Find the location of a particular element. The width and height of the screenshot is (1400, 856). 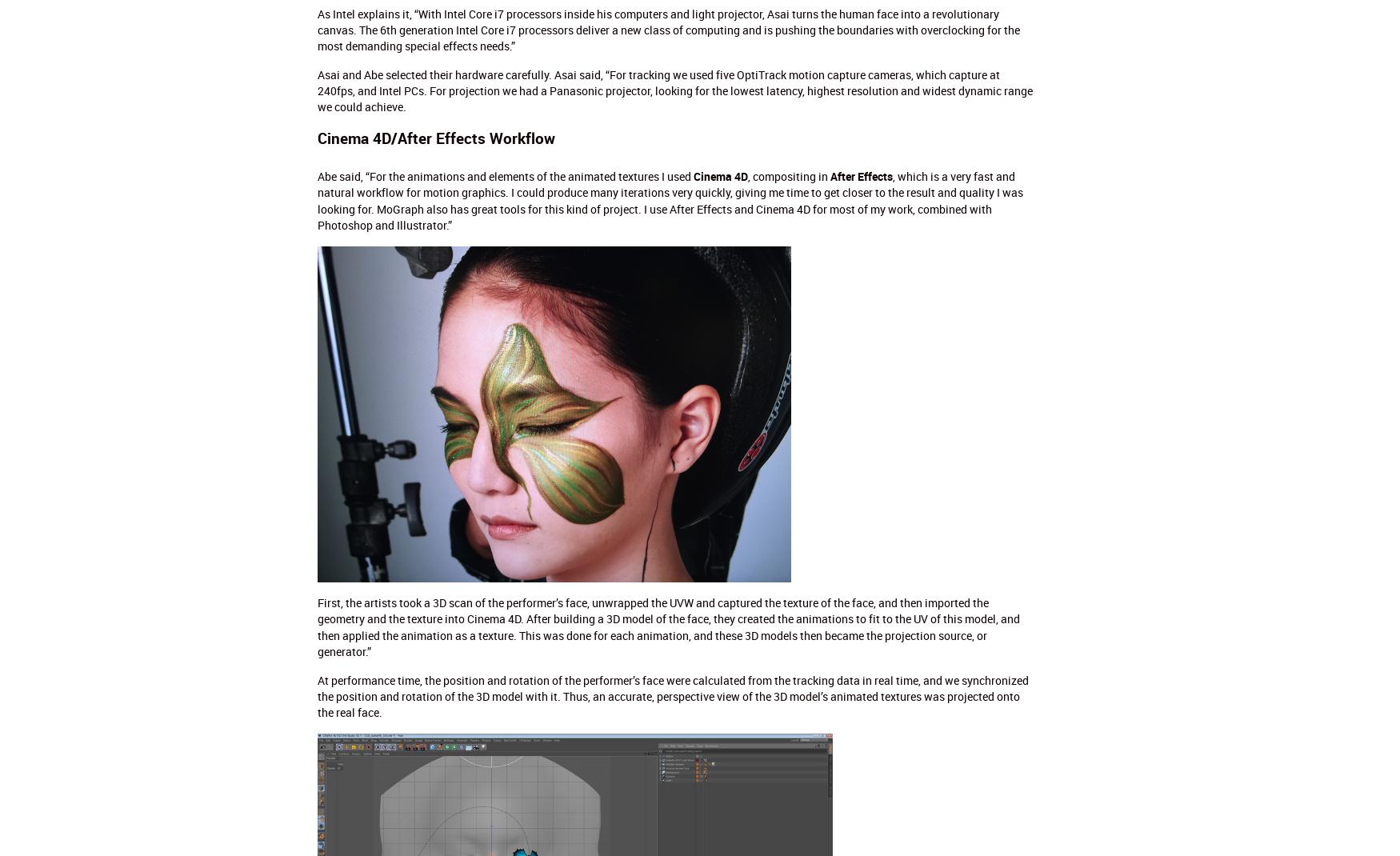

'Abe said, “For the animations and elements of the animated textures I used' is located at coordinates (504, 175).